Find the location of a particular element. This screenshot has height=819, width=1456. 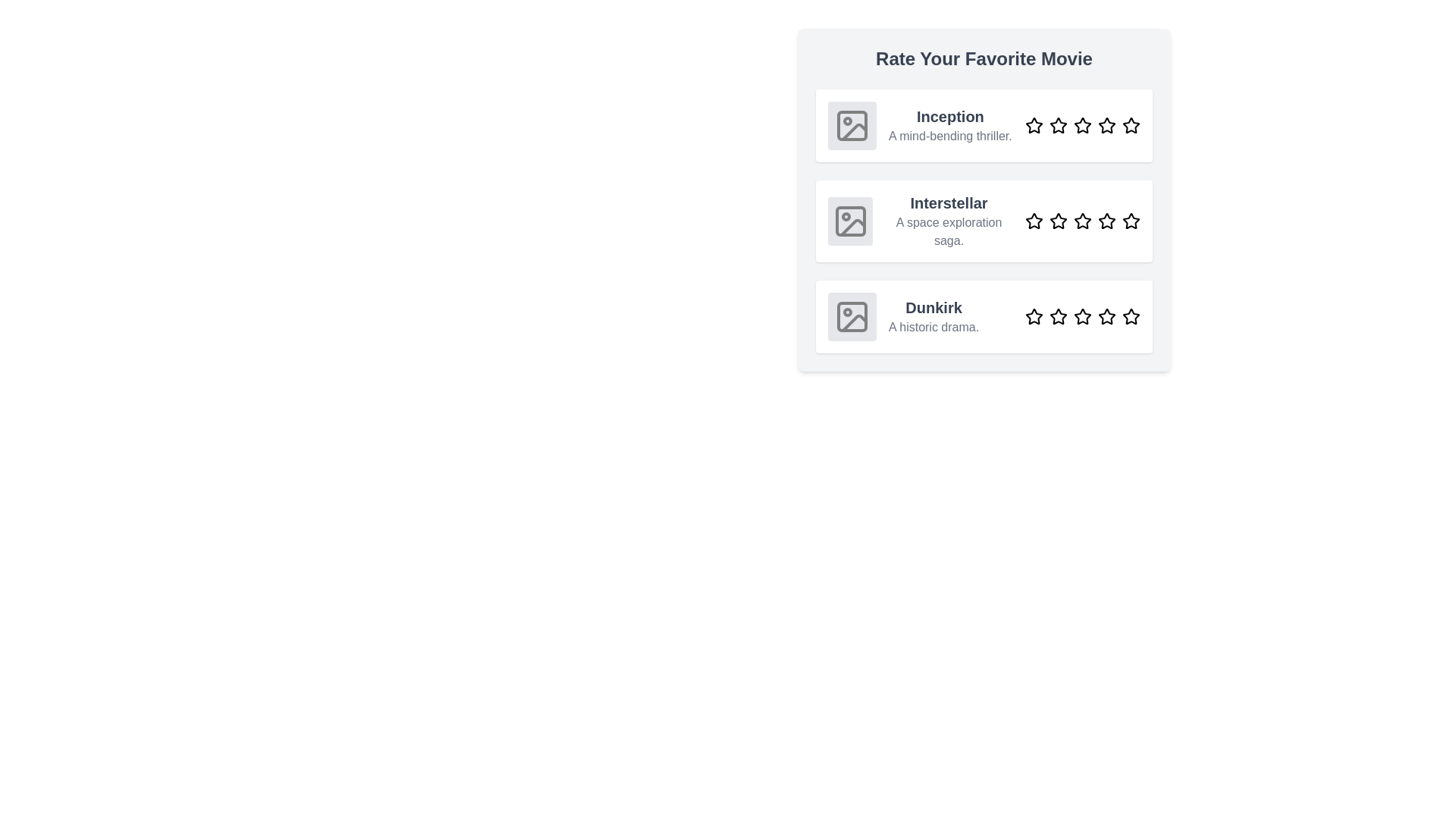

the 'Dunkirk' text label, which serves as the title of the third movie in a vertical list of movie options for user rating is located at coordinates (933, 307).